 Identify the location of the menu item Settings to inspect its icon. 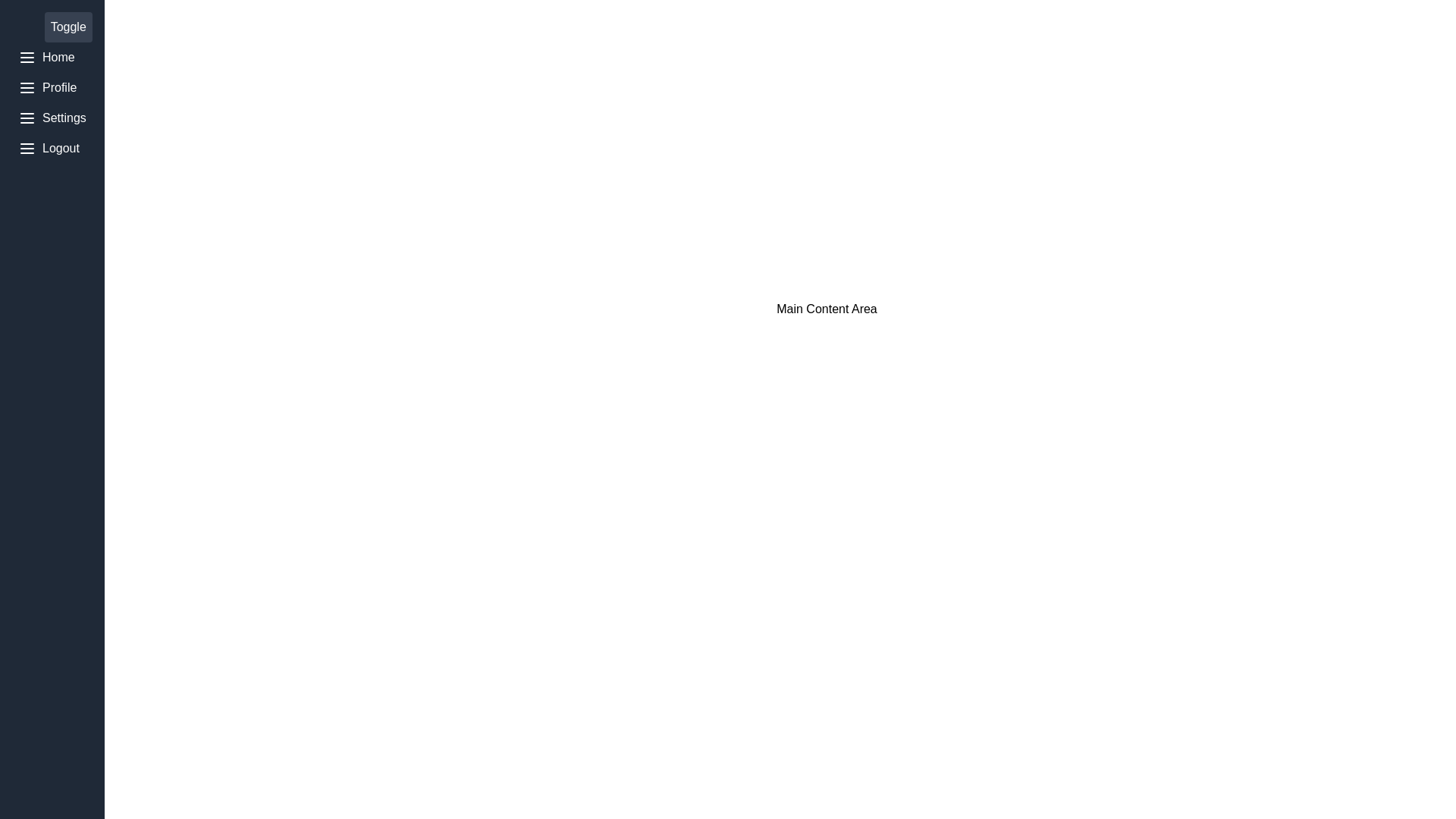
(52, 117).